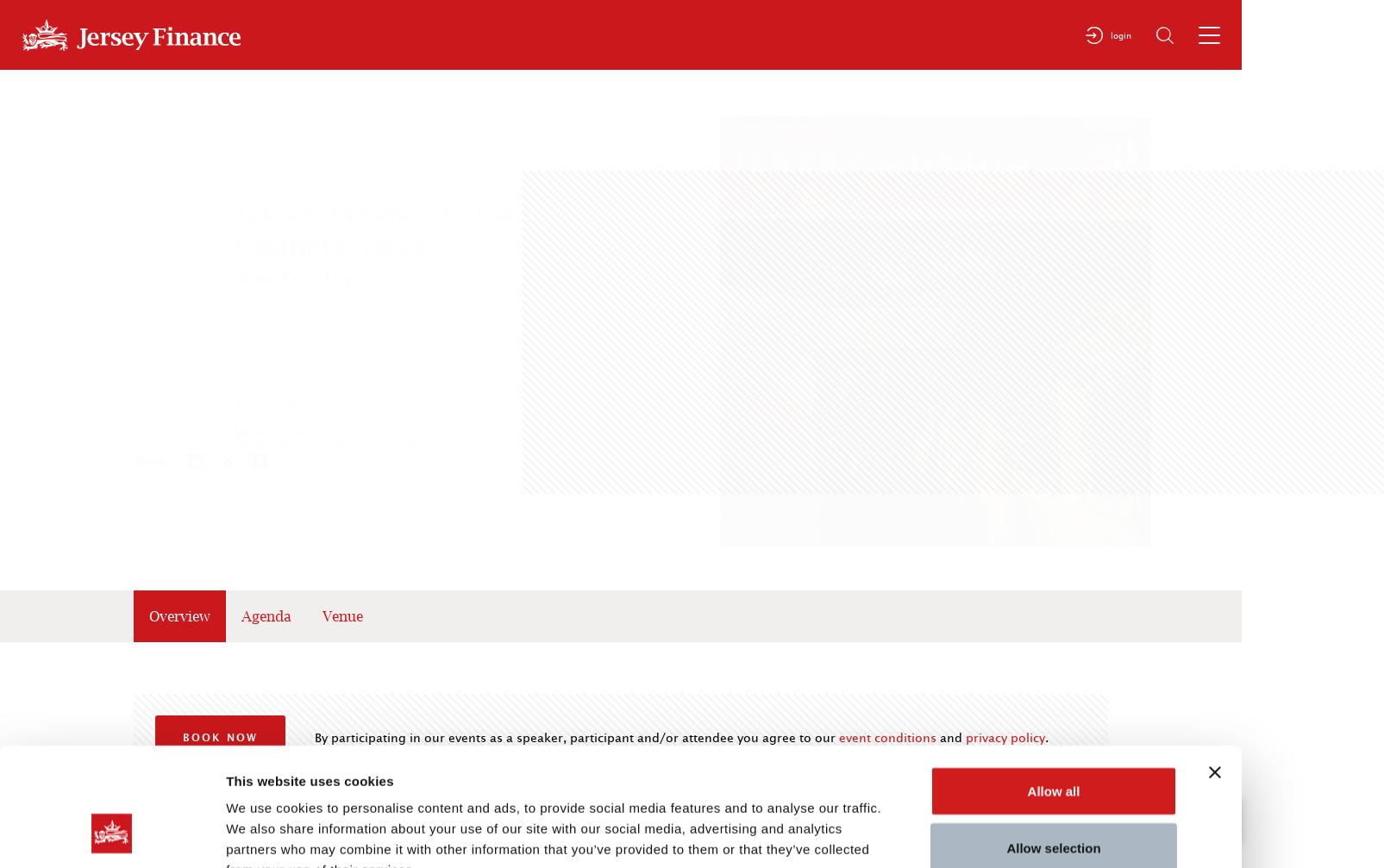  I want to click on 'Awards, Our Island, Business Directory, Sectors and Markets.', so click(1170, 242).